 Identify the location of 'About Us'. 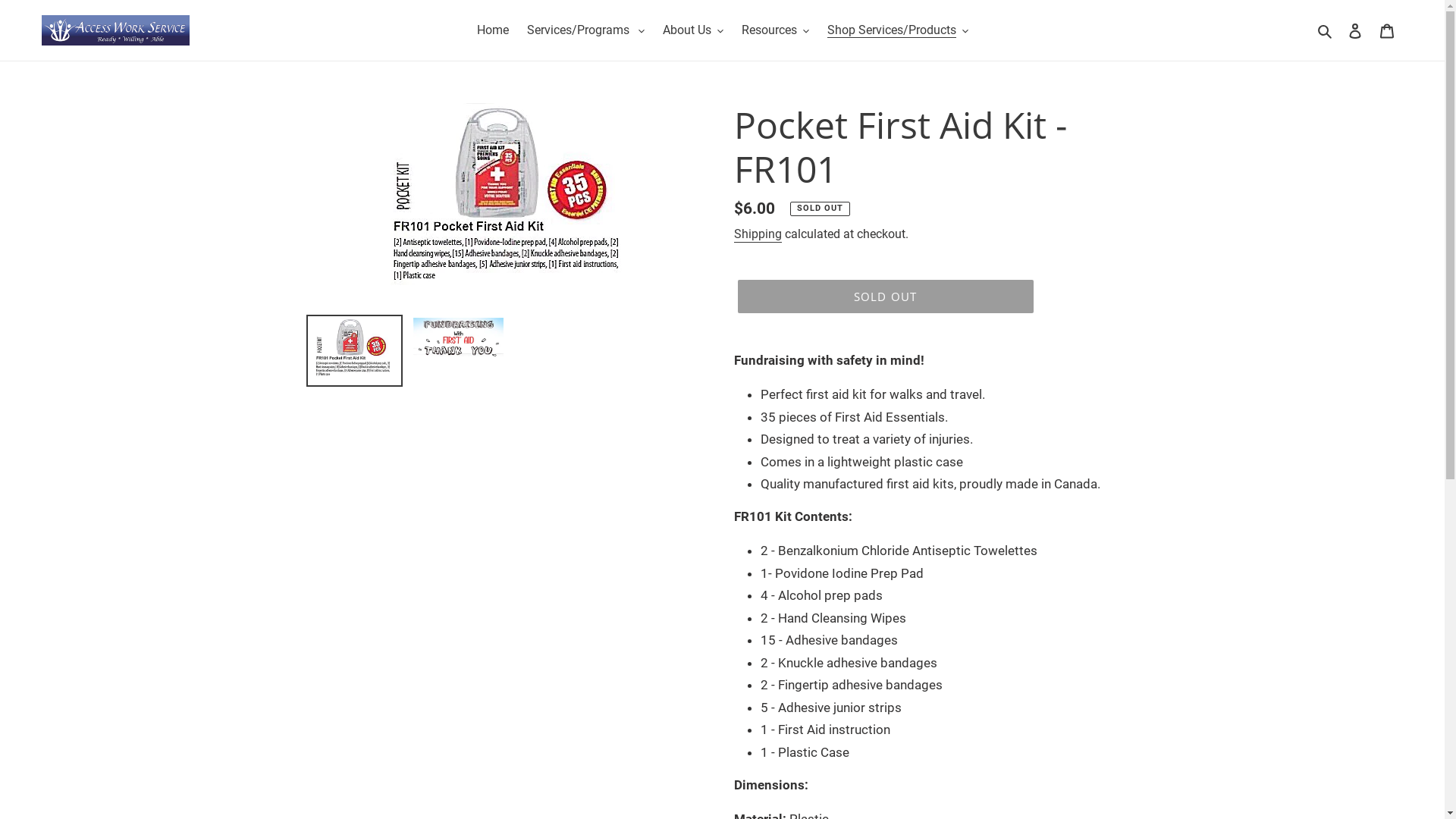
(692, 30).